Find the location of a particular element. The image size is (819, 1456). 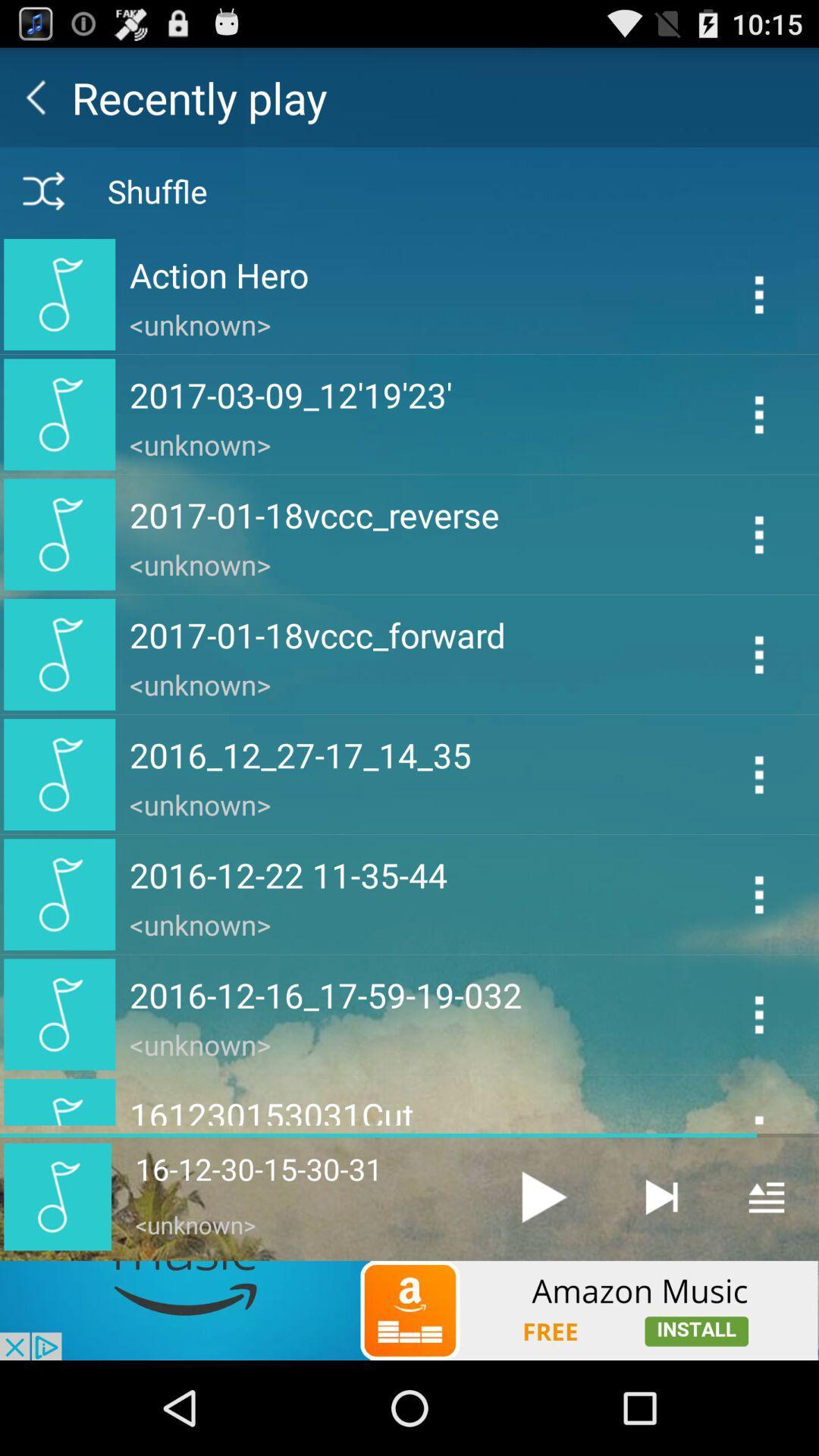

go back is located at coordinates (35, 96).